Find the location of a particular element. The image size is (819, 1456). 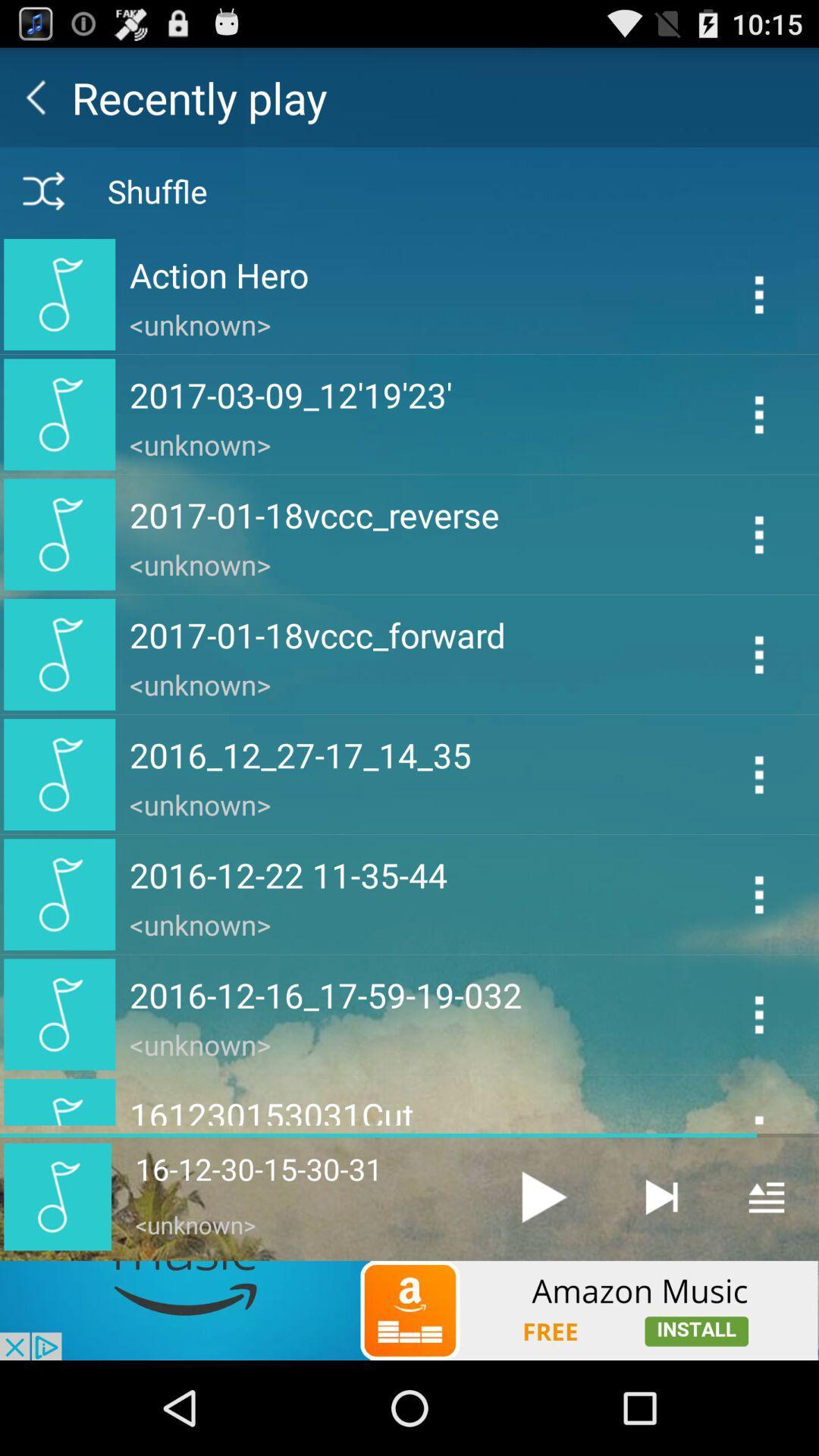

go back is located at coordinates (35, 96).